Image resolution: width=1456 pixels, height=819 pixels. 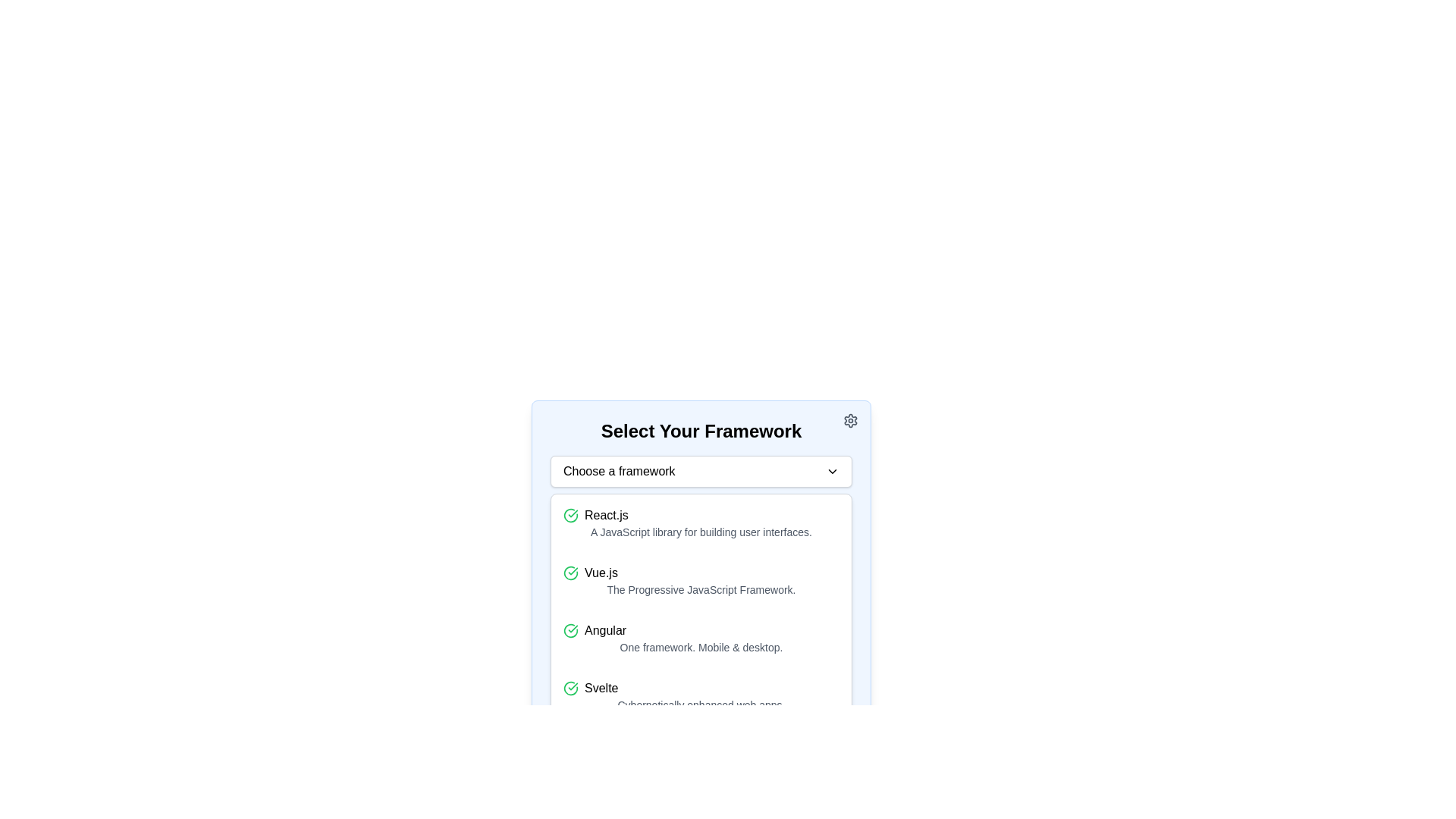 What do you see at coordinates (701, 696) in the screenshot?
I see `the list item titled 'Svelte' with a description 'Cybernetically enhanced web apps.' which is the fourth item in the list and features a green check circle icon on the left` at bounding box center [701, 696].